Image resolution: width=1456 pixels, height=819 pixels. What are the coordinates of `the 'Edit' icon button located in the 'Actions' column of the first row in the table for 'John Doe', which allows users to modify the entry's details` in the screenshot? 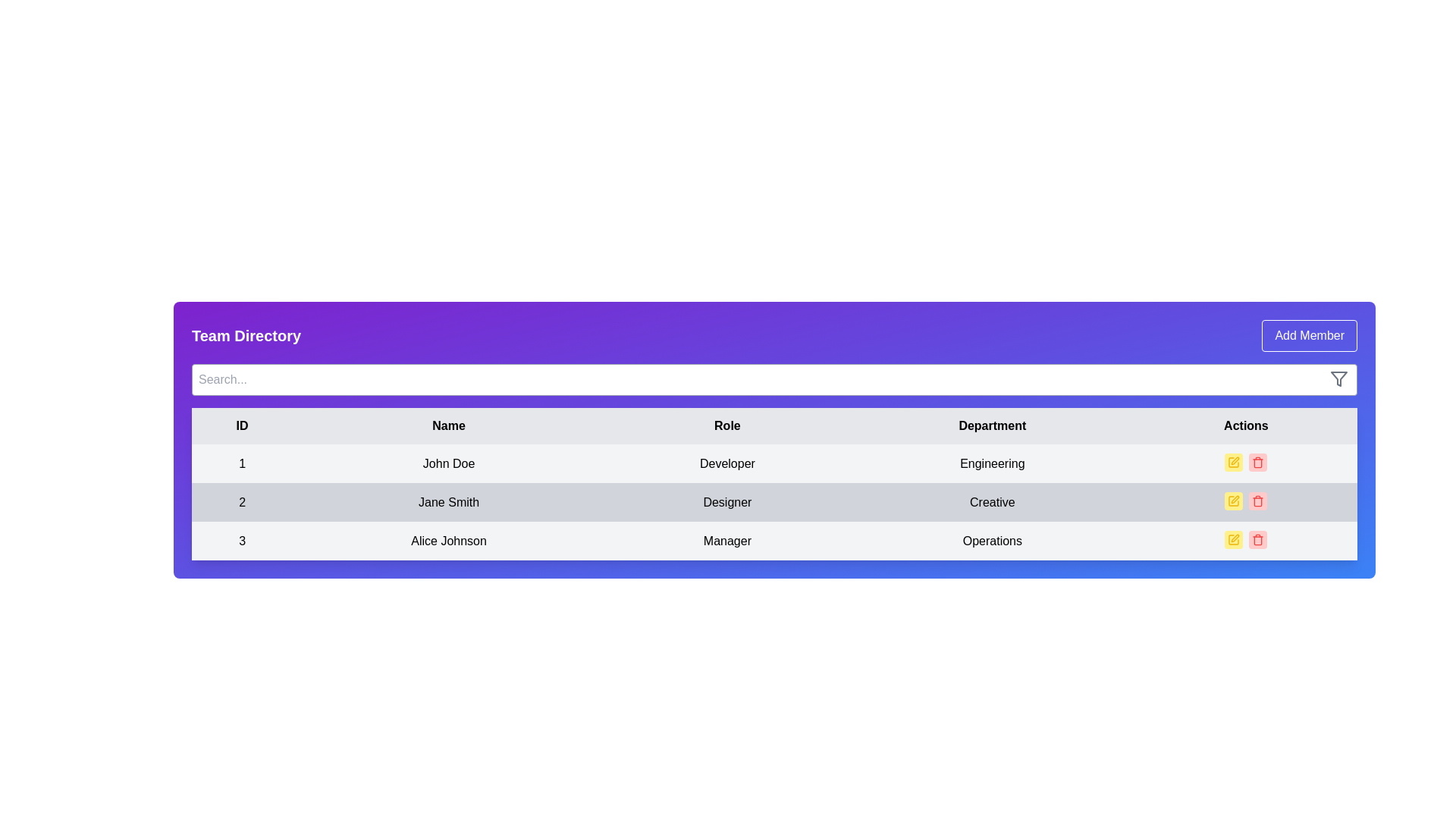 It's located at (1234, 461).